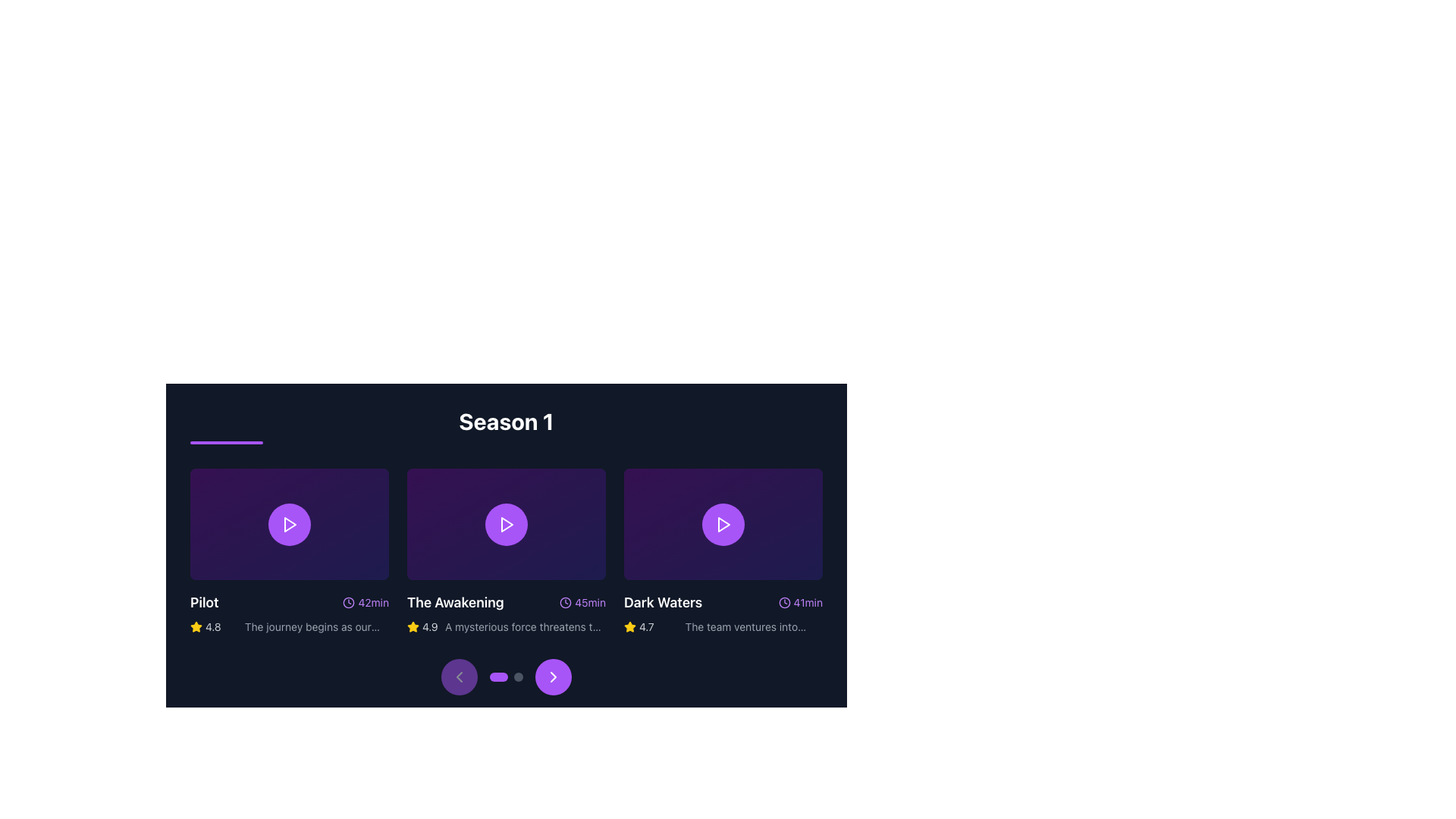 The height and width of the screenshot is (819, 1456). Describe the element at coordinates (506, 676) in the screenshot. I see `the grouping of indicators or toggles located at the bottom center of the interface to view the status indicated by the circles` at that location.